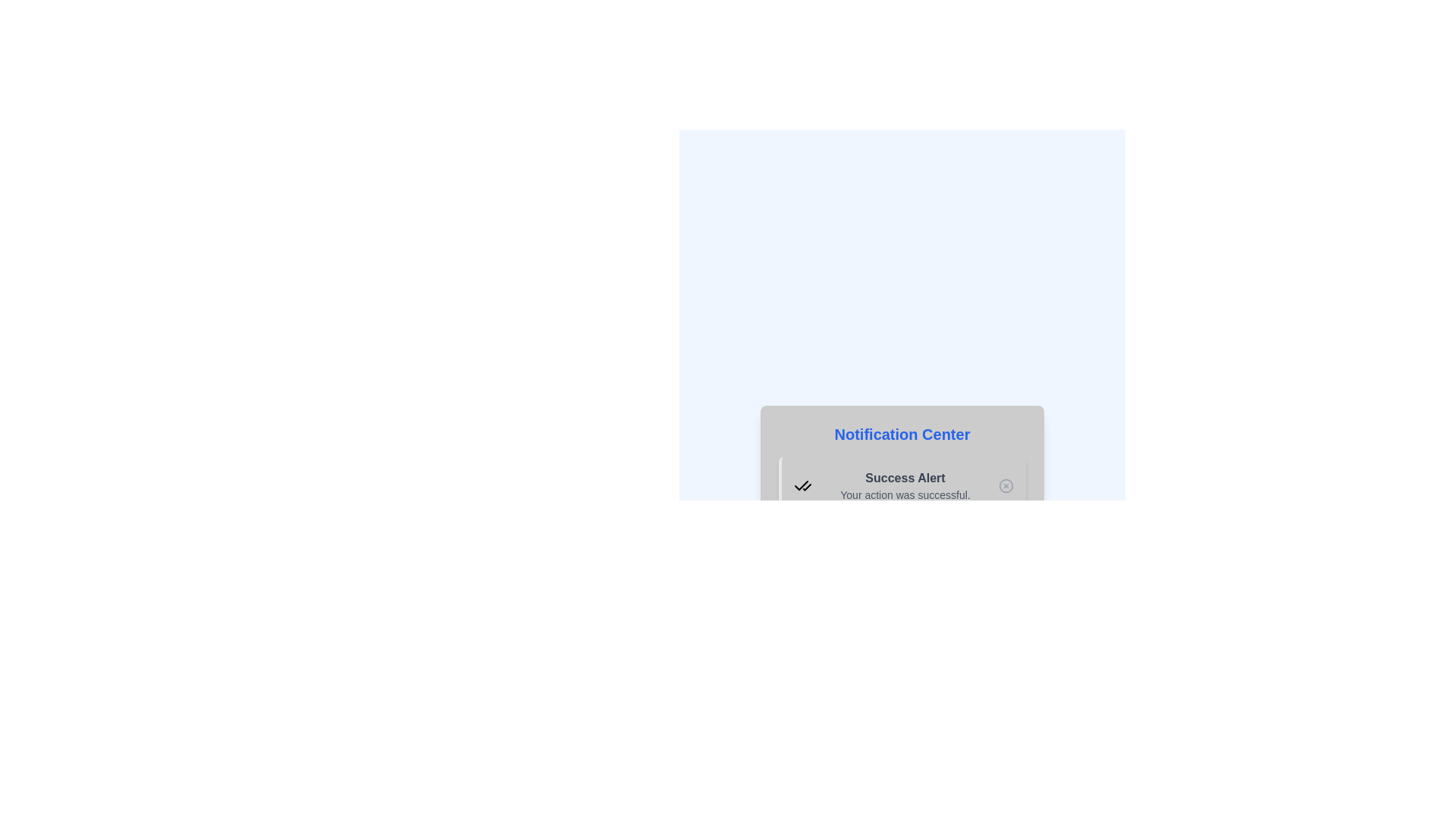 This screenshot has height=819, width=1456. Describe the element at coordinates (1006, 485) in the screenshot. I see `the Decorative Icon located in the top-right corner of the 'Success Alert' notification widget` at that location.